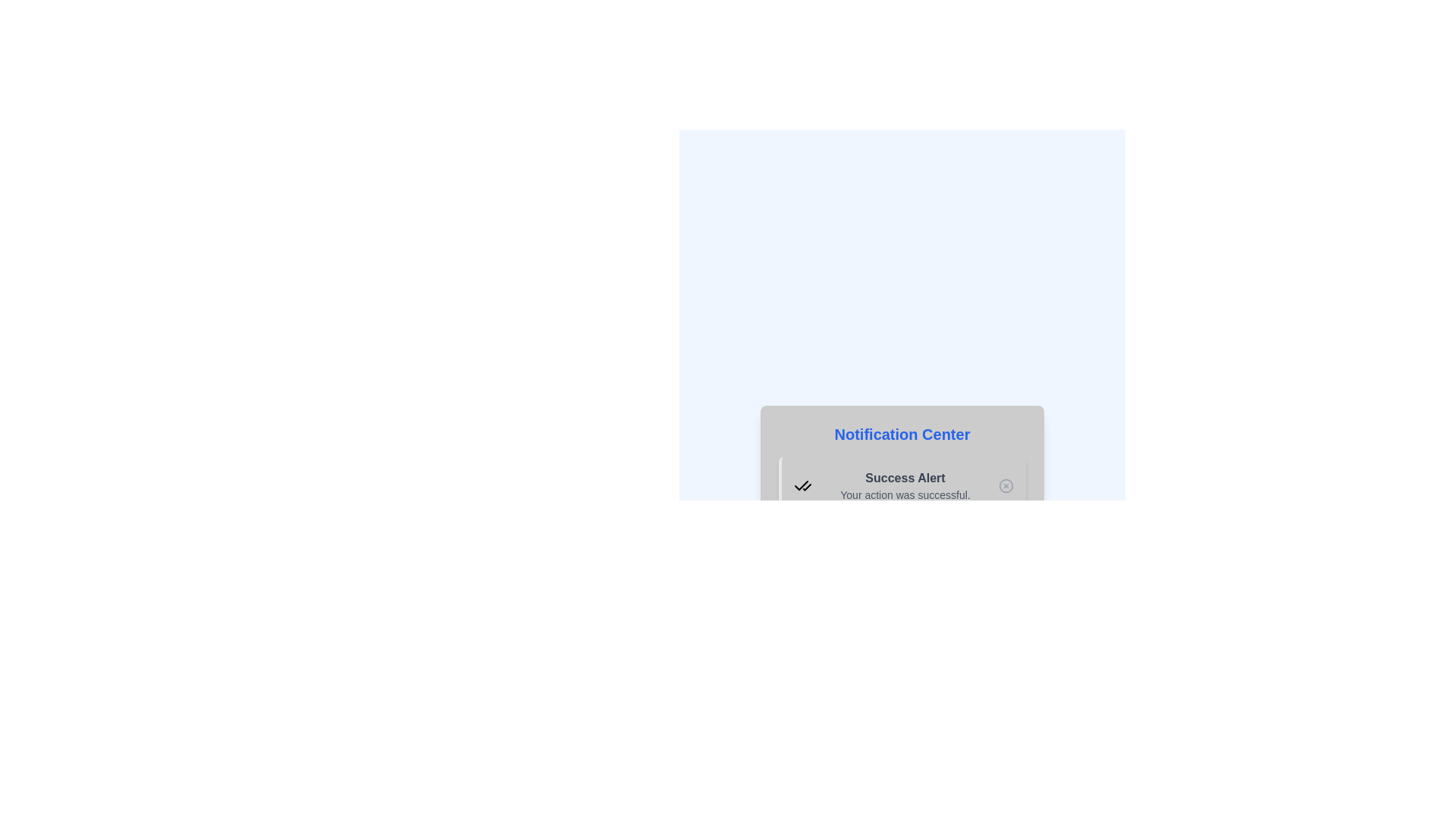 This screenshot has height=819, width=1456. Describe the element at coordinates (1006, 485) in the screenshot. I see `the Decorative Icon located in the top-right corner of the 'Success Alert' notification widget` at that location.